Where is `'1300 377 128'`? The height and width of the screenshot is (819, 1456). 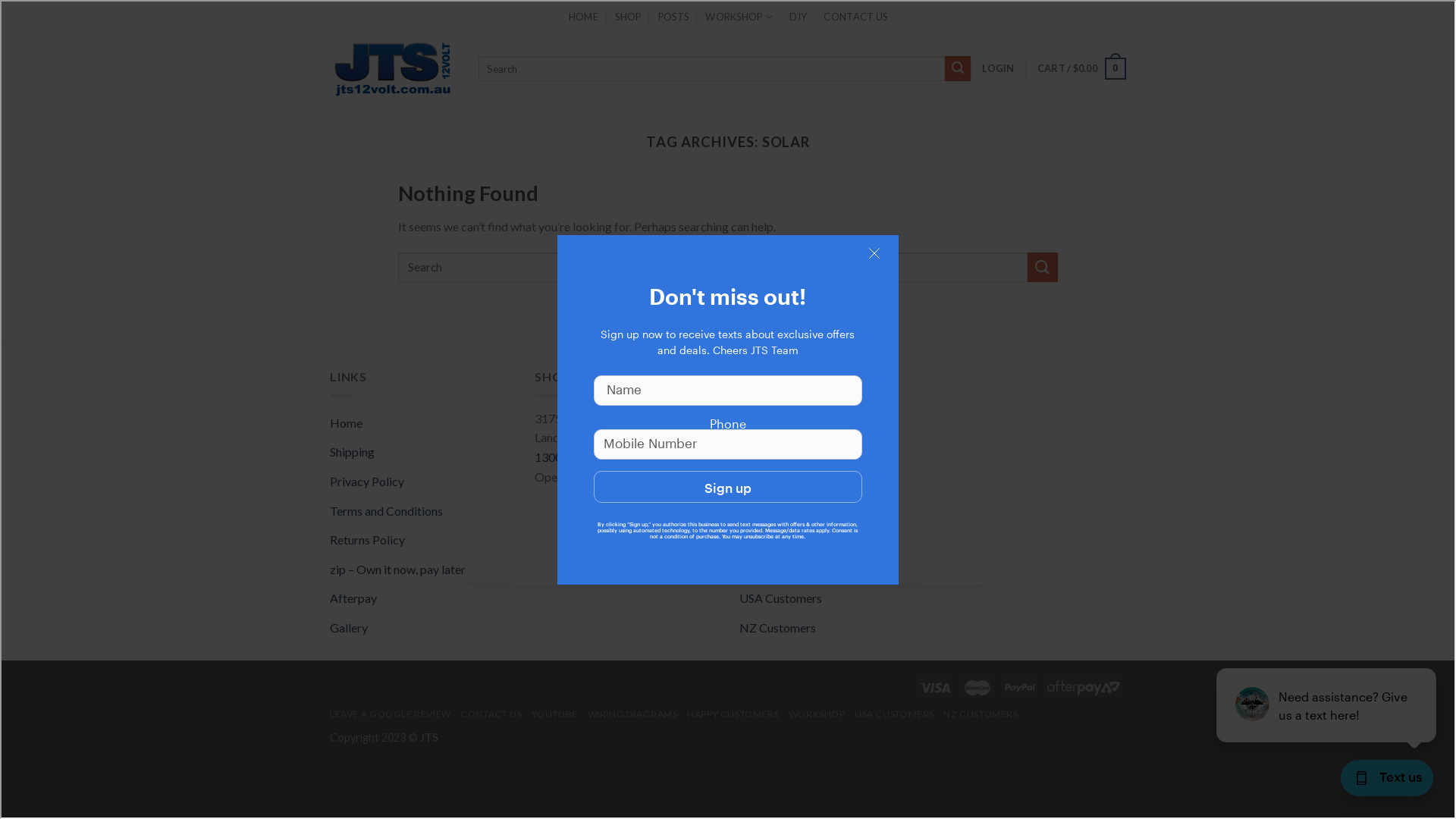 '1300 377 128' is located at coordinates (570, 456).